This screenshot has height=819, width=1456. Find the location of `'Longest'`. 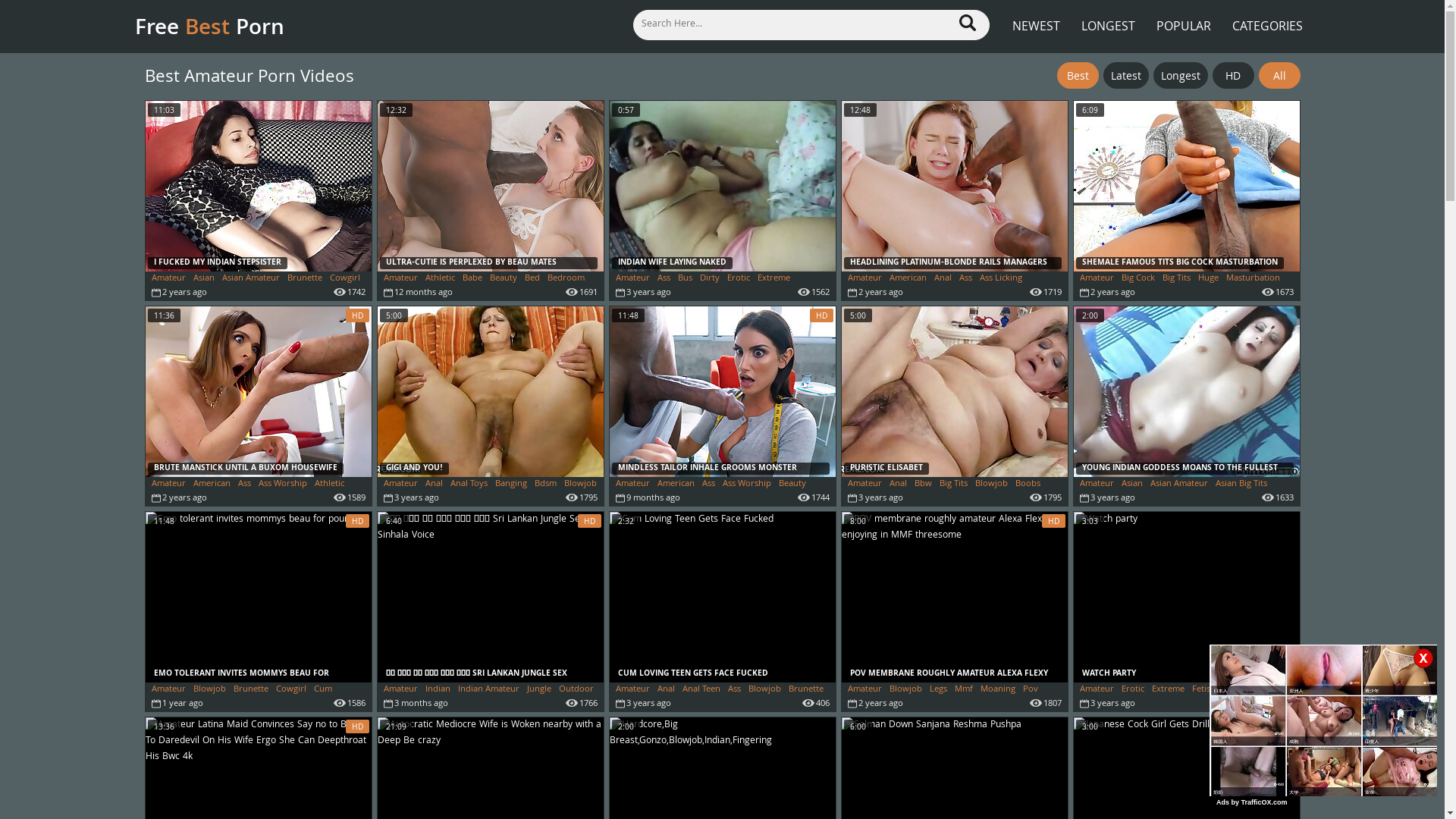

'Longest' is located at coordinates (1153, 75).